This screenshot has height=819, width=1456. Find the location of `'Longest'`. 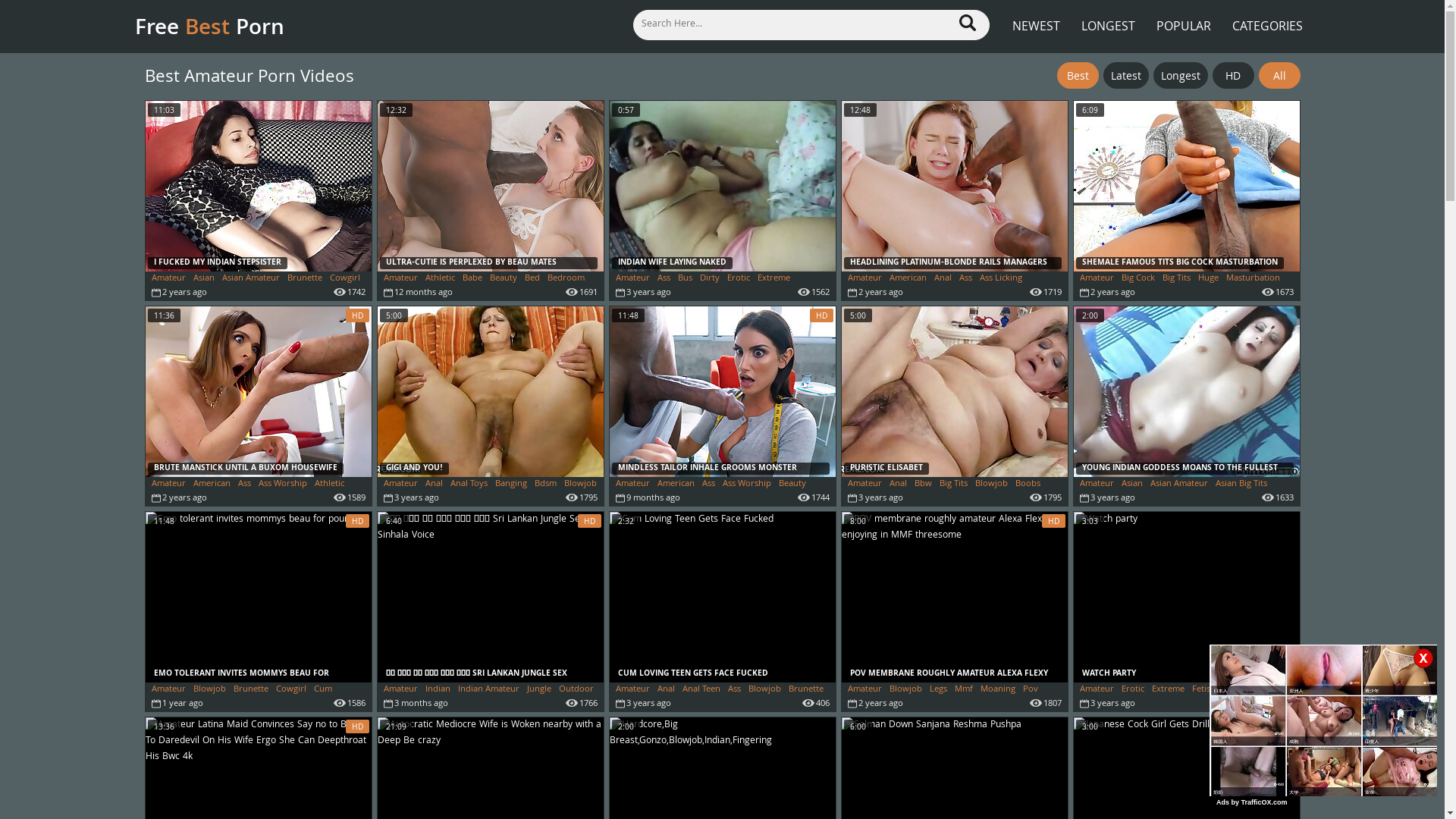

'Longest' is located at coordinates (1153, 75).